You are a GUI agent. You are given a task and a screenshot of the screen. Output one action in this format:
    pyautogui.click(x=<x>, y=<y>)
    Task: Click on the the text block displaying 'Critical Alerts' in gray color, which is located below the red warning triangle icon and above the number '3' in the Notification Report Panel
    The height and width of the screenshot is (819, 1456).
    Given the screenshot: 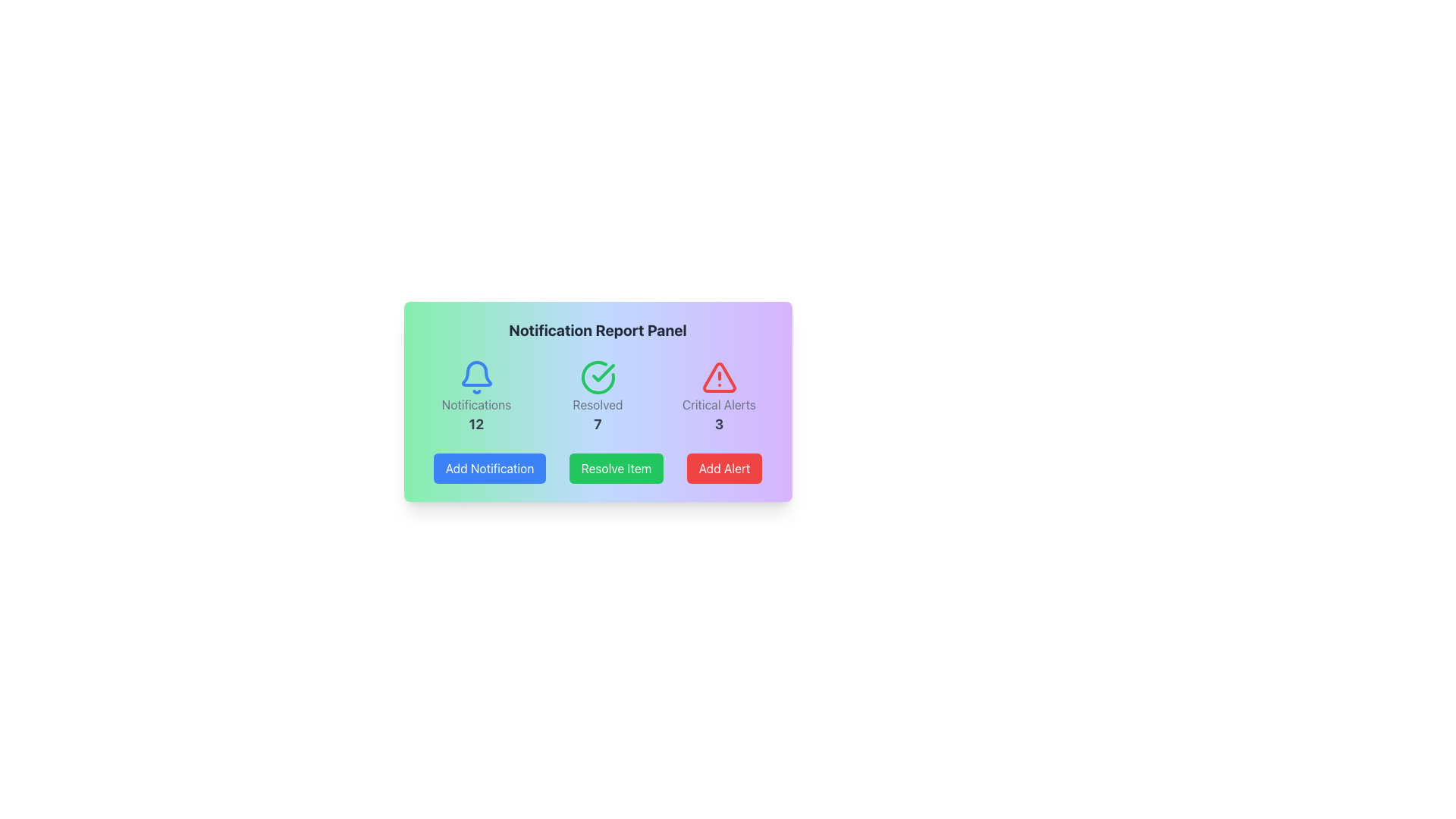 What is the action you would take?
    pyautogui.click(x=718, y=403)
    